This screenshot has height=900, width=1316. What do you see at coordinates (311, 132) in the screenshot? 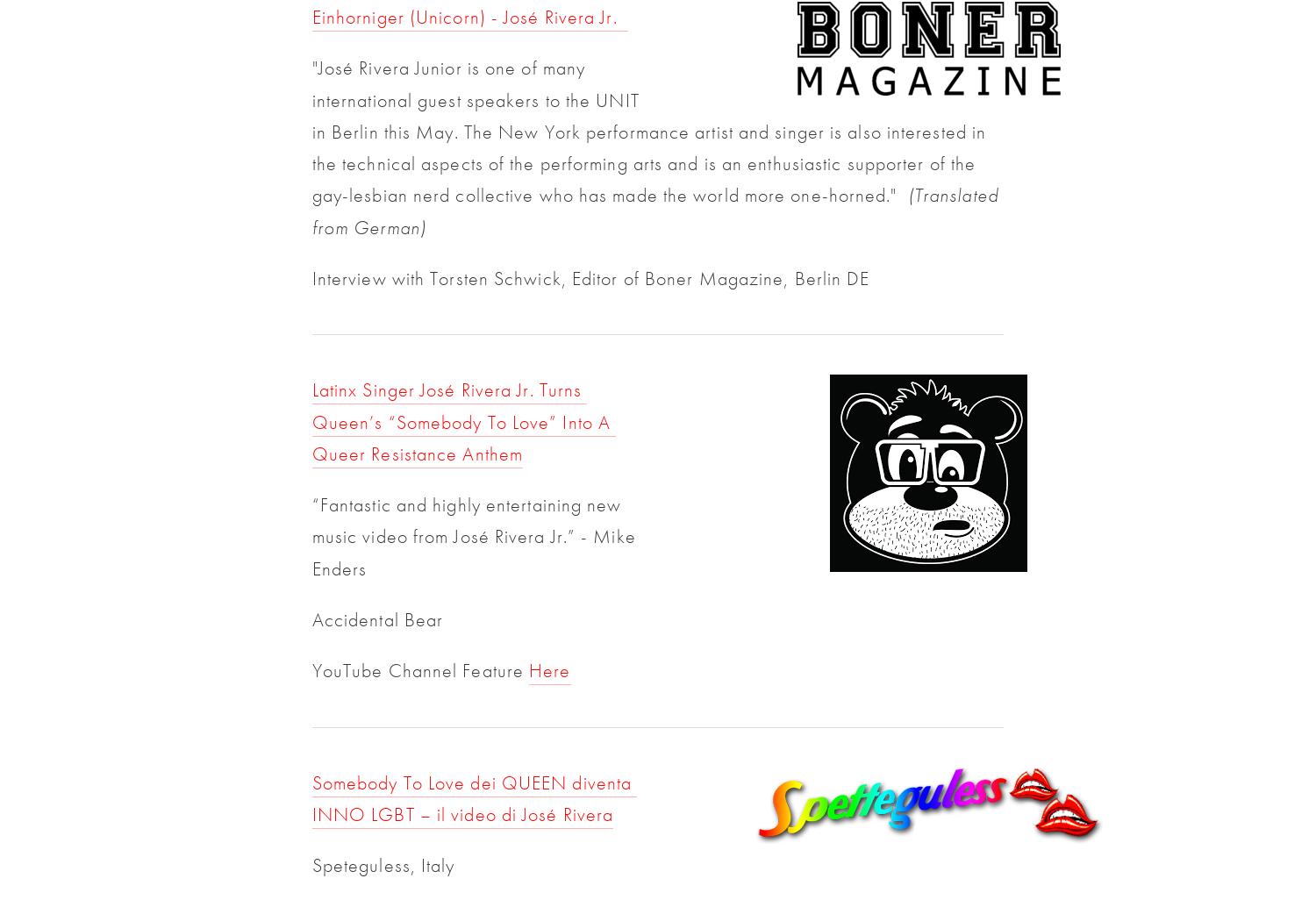
I see `'"José Rivera Junior is one of many international guest speakers to the UNIT in Berlin this May. The New York performance artist and singer is also interested in the technical aspects of the performing arts and is an enthusiastic supporter of the gay-lesbian nerd collective who has made the world more one-horned."'` at bounding box center [311, 132].